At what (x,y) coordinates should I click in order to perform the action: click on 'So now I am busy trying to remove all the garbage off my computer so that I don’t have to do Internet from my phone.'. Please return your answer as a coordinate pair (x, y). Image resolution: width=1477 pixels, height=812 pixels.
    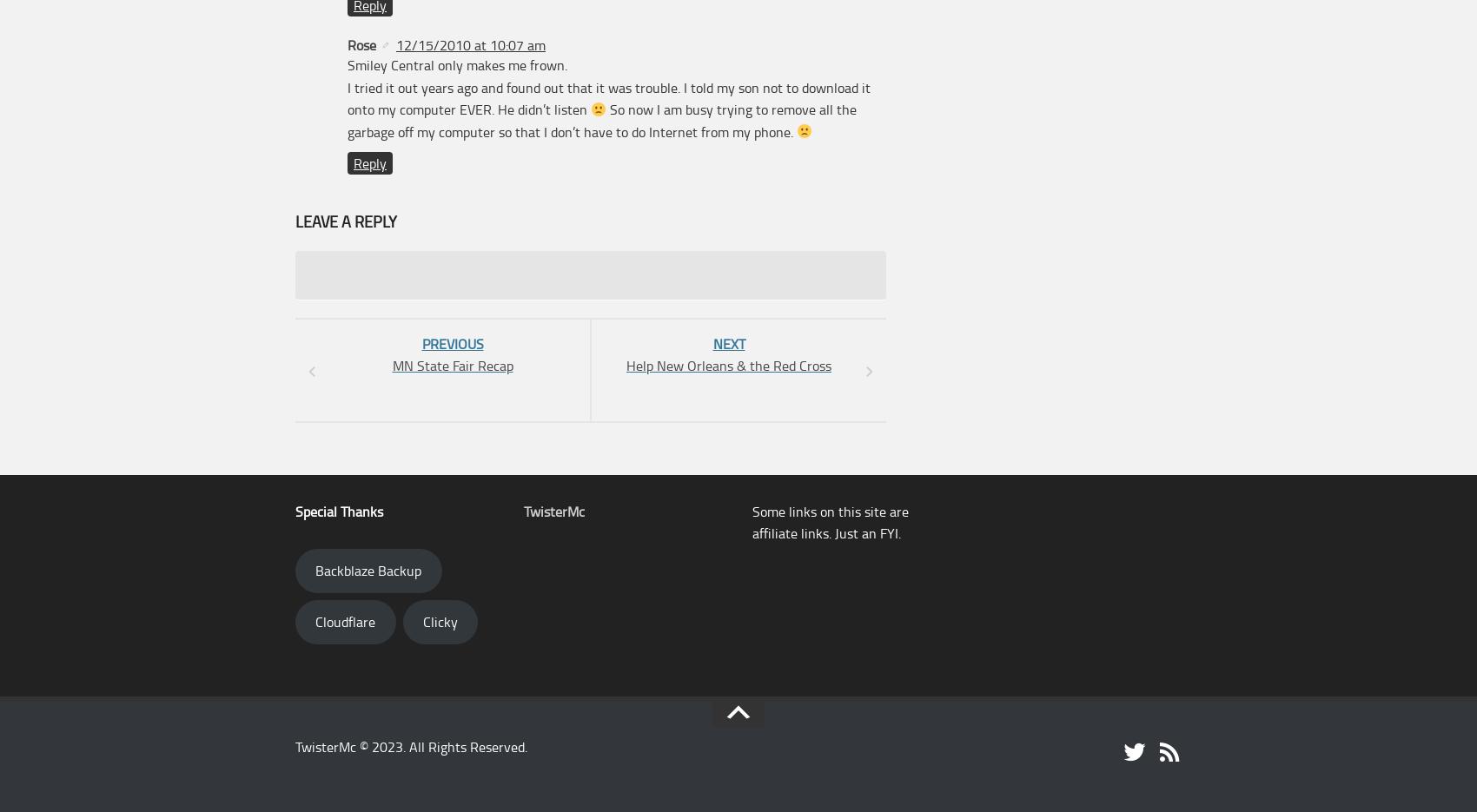
    Looking at the image, I should click on (601, 120).